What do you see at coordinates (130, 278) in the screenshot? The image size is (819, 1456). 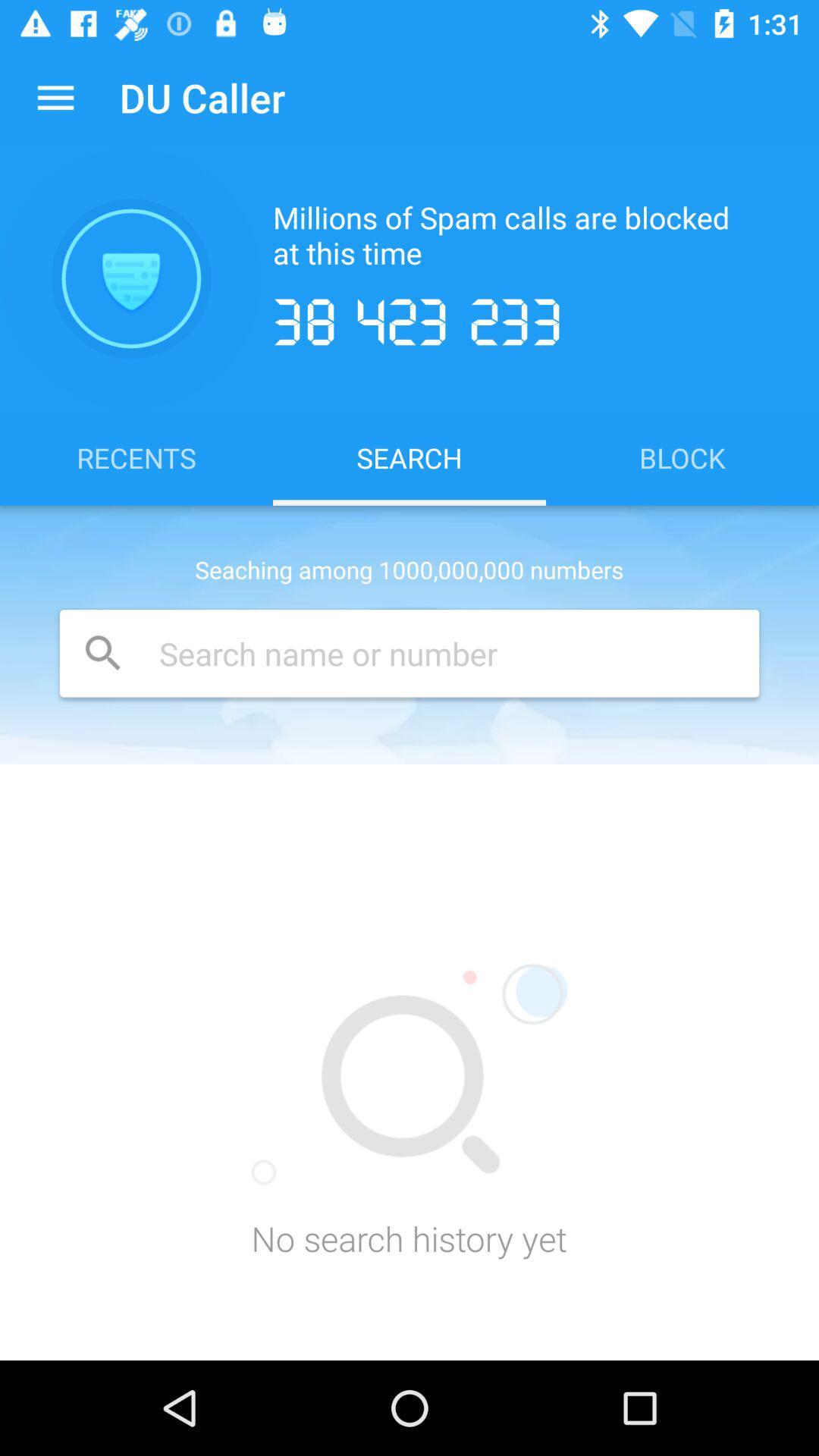 I see `icon above the recents` at bounding box center [130, 278].